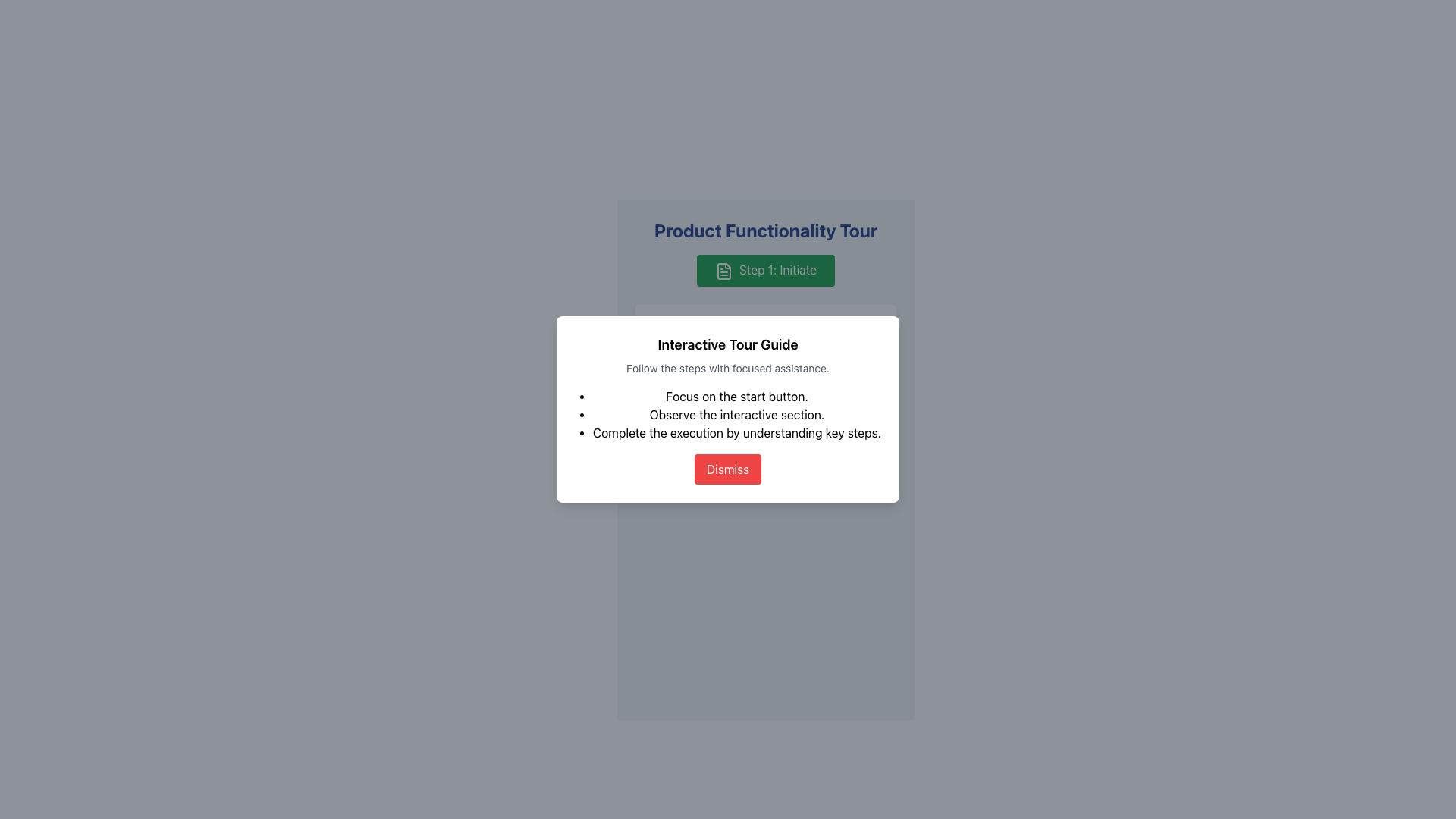 The image size is (1456, 819). What do you see at coordinates (736, 432) in the screenshot?
I see `the third bulleted text item that reads 'Complete the execution by understanding key steps.' in the centered modal dialog` at bounding box center [736, 432].